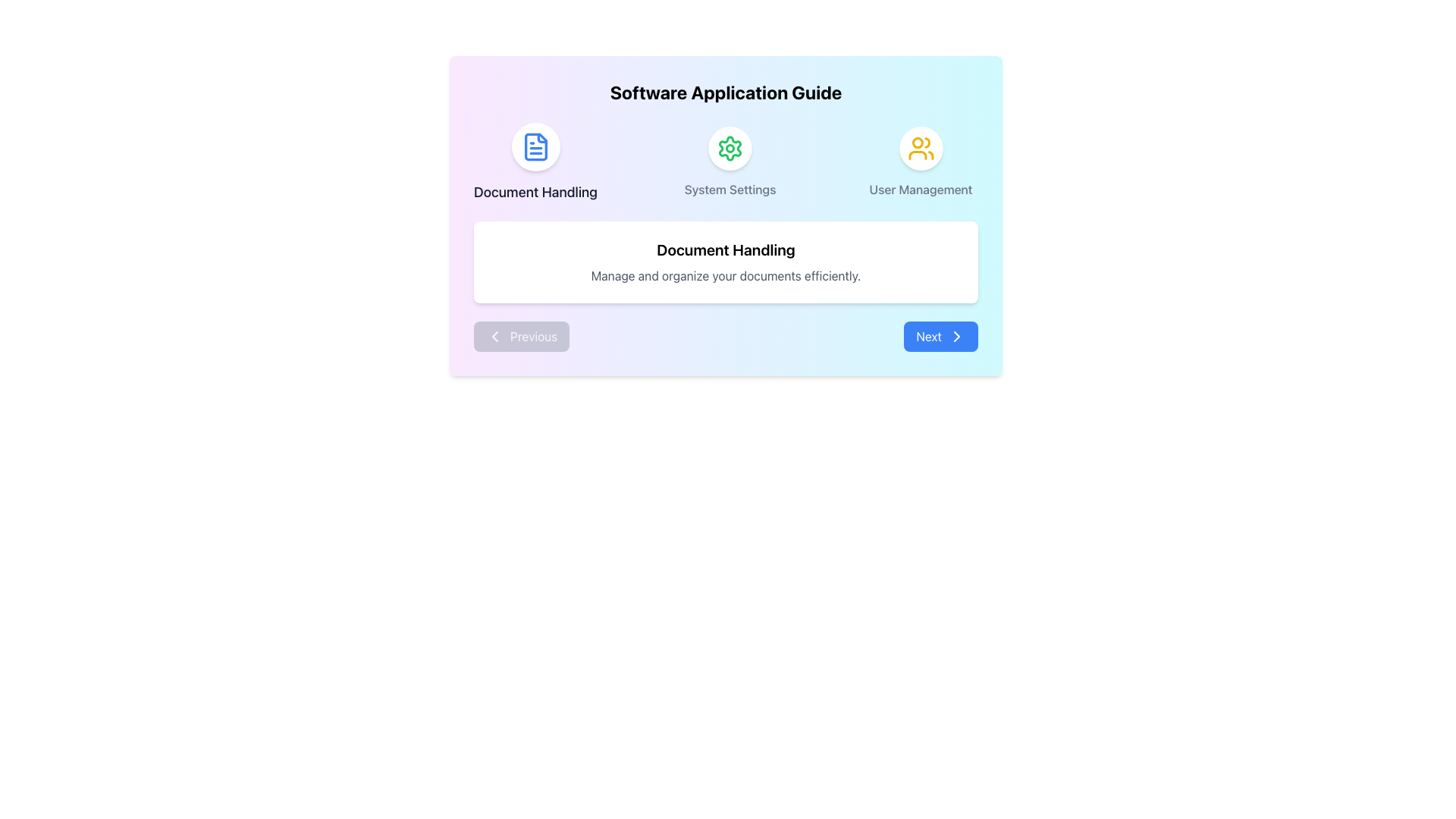 The width and height of the screenshot is (1456, 819). I want to click on the 'Next' button that contains the arrow icon located at the bottom-right corner of the interface to proceed, so click(956, 335).